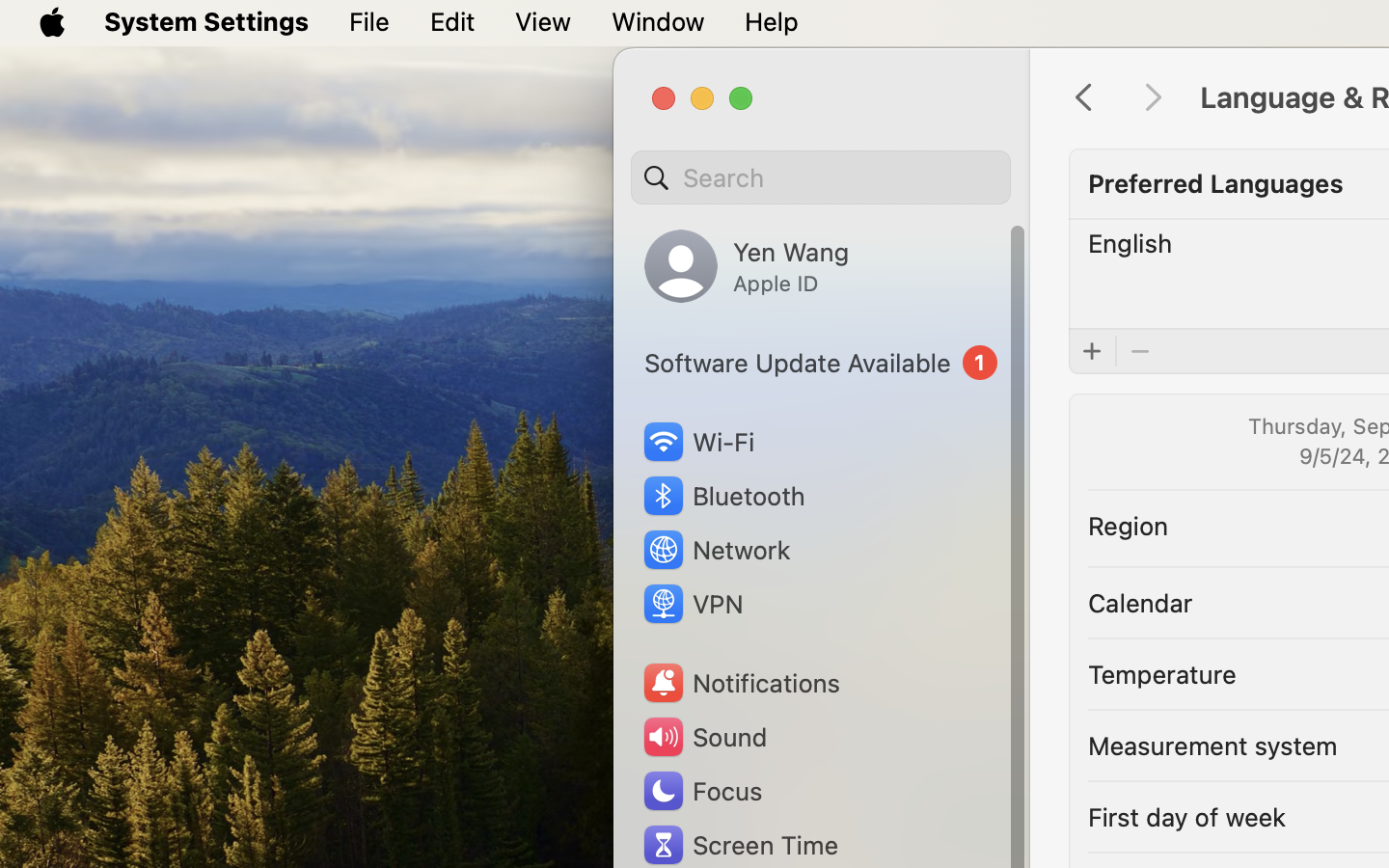 The height and width of the screenshot is (868, 1389). I want to click on 'Focus', so click(700, 790).